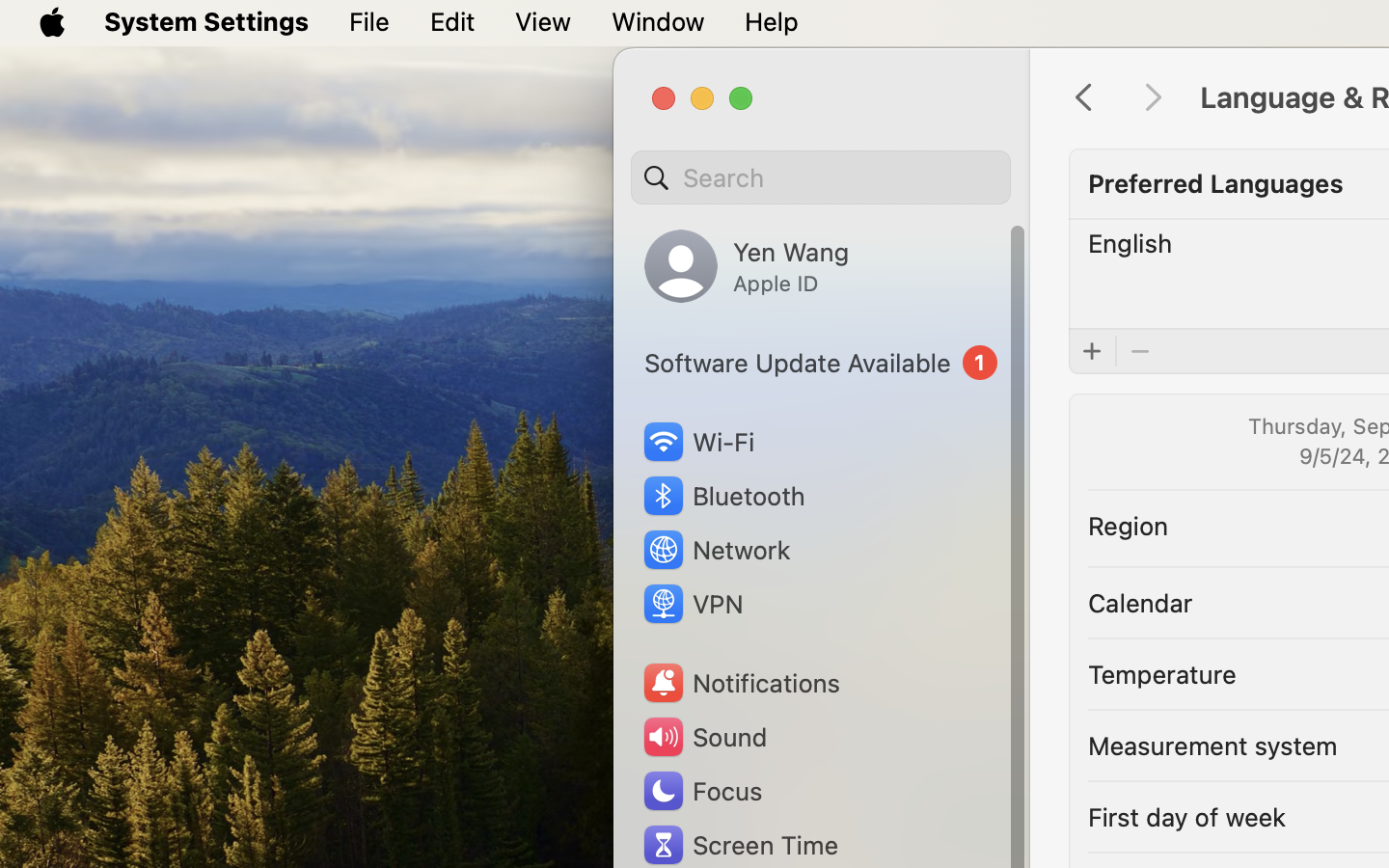 The height and width of the screenshot is (868, 1389). I want to click on 'Focus', so click(700, 790).